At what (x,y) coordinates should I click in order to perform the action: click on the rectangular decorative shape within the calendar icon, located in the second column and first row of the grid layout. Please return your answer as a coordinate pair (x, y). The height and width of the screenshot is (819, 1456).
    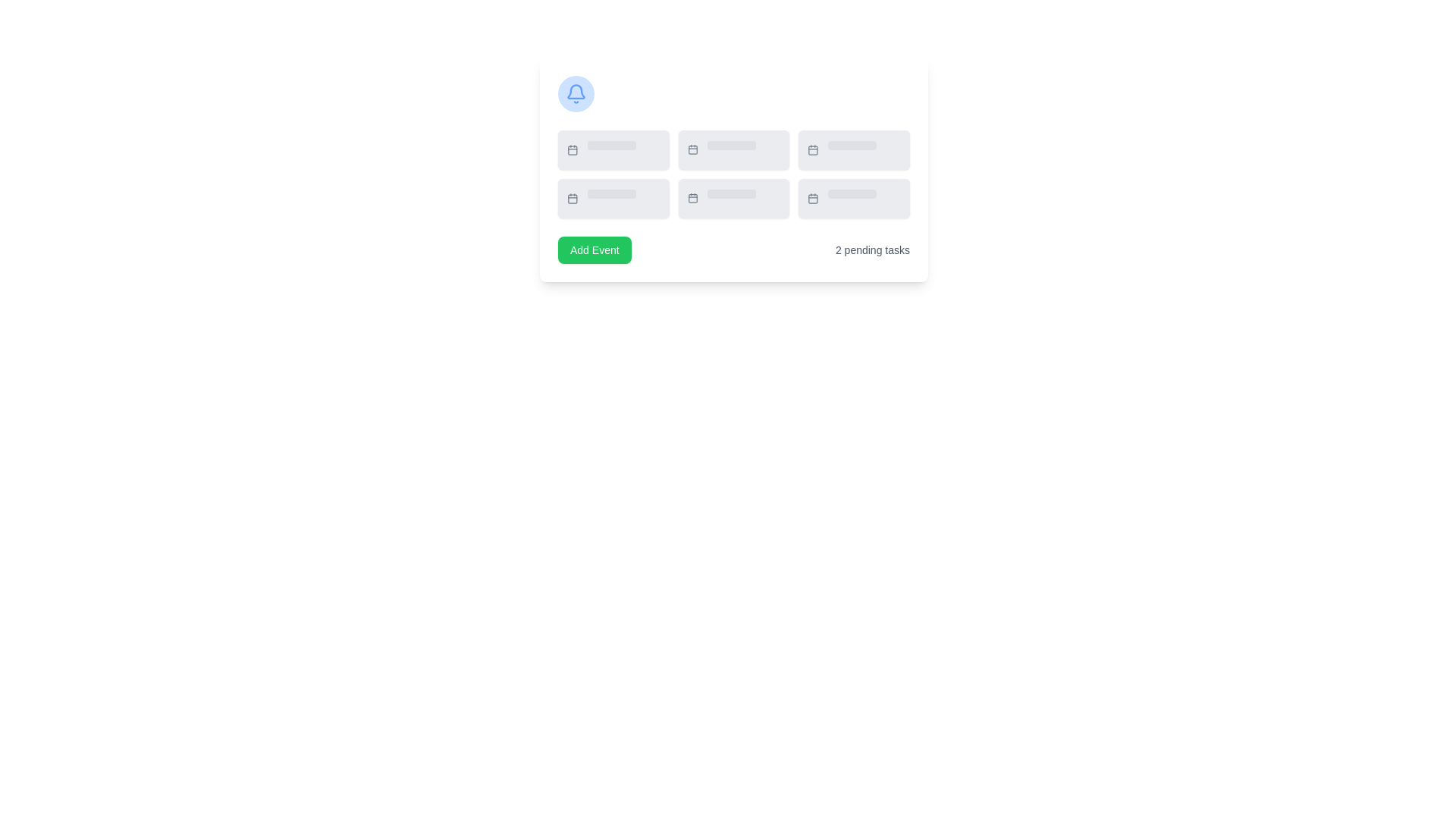
    Looking at the image, I should click on (692, 150).